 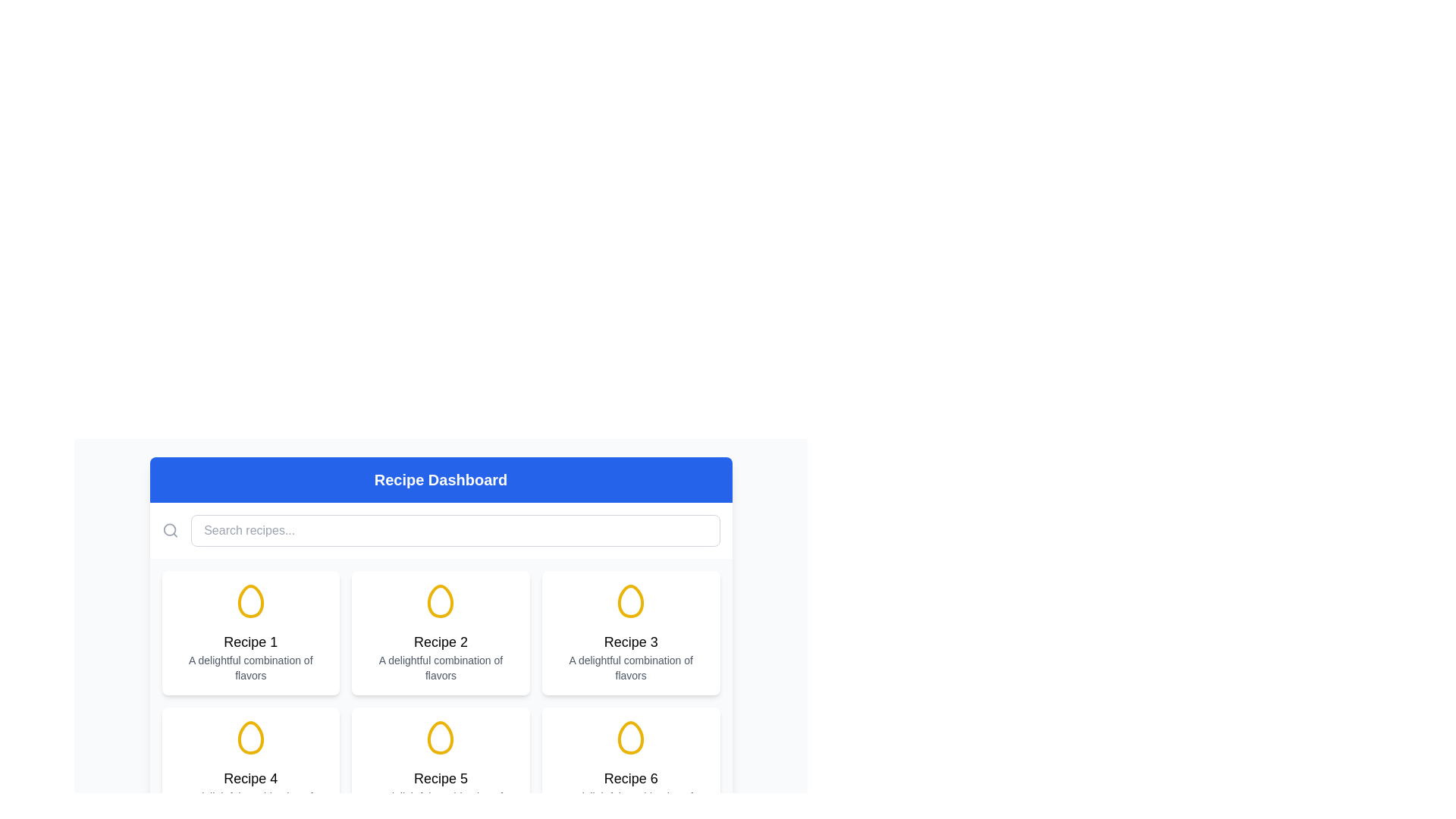 What do you see at coordinates (250, 778) in the screenshot?
I see `the text element displaying the title of 'Recipe 4', located below the egg icon and above the description text` at bounding box center [250, 778].